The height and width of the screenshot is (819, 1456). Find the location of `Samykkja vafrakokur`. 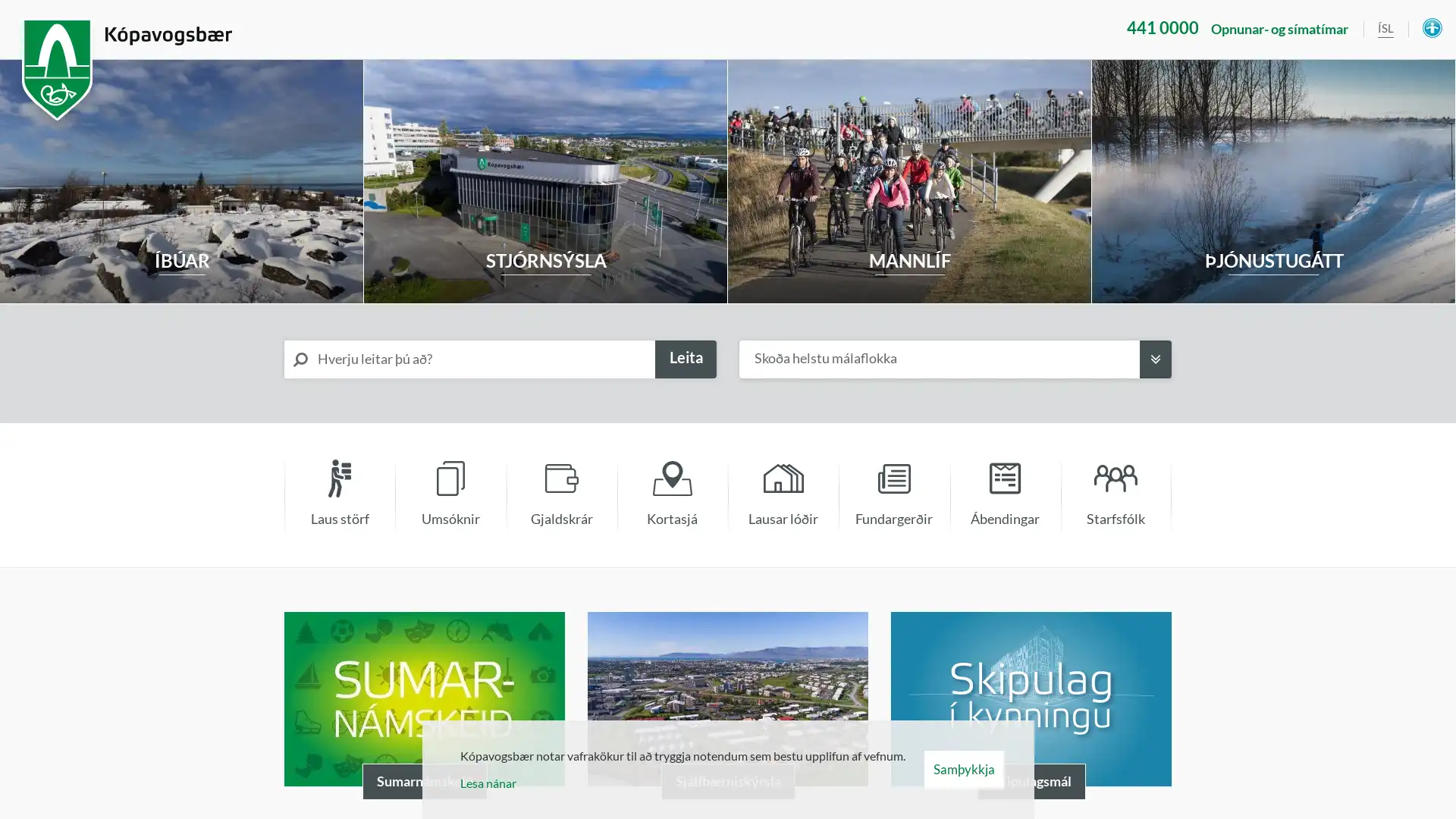

Samykkja vafrakokur is located at coordinates (962, 769).